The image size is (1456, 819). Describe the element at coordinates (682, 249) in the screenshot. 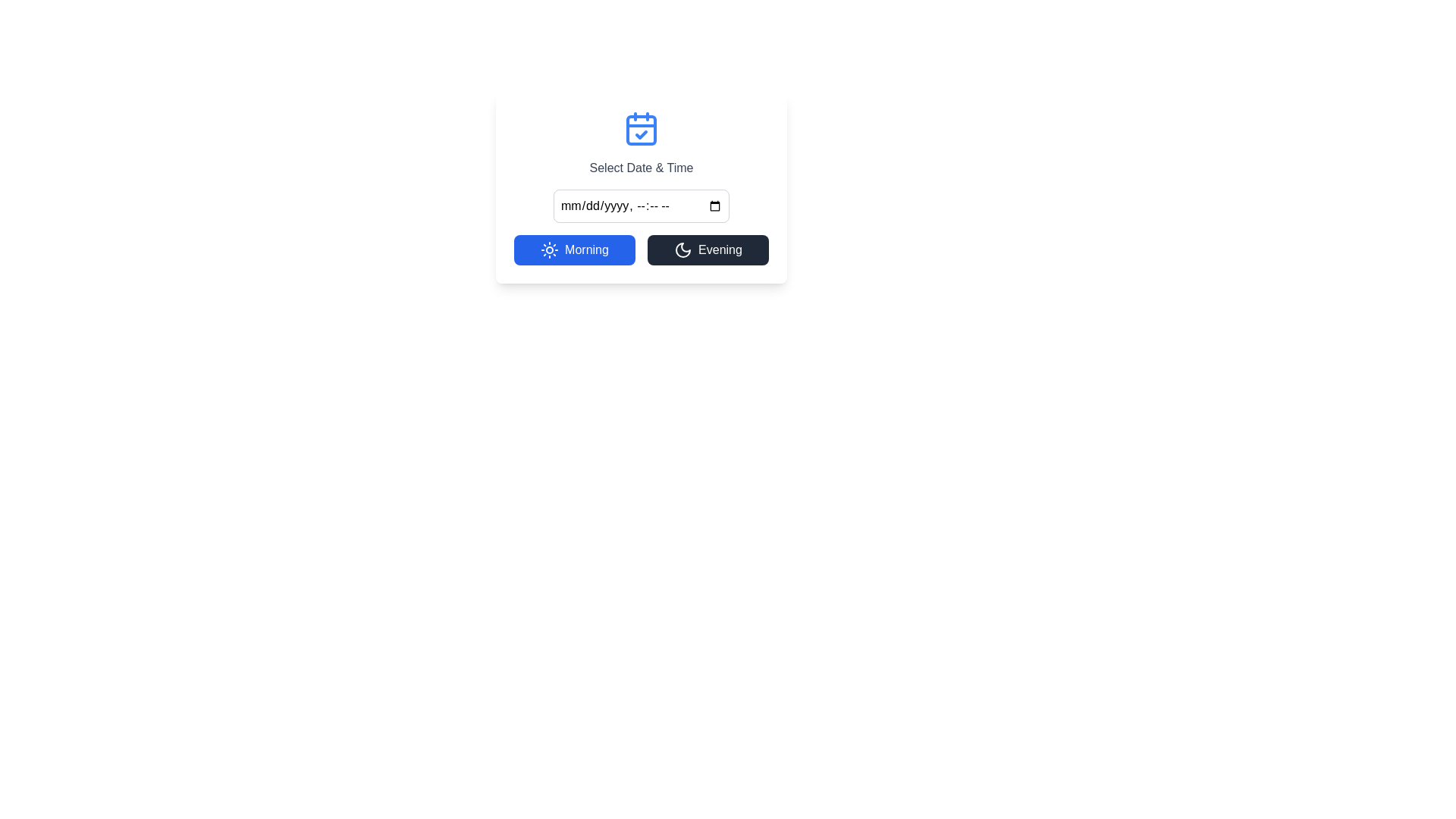

I see `the crescent moon icon styled as an outline, which is positioned to the left of the text 'Evening' within a rectangular dark-colored button at the bottom right of the main interface` at that location.